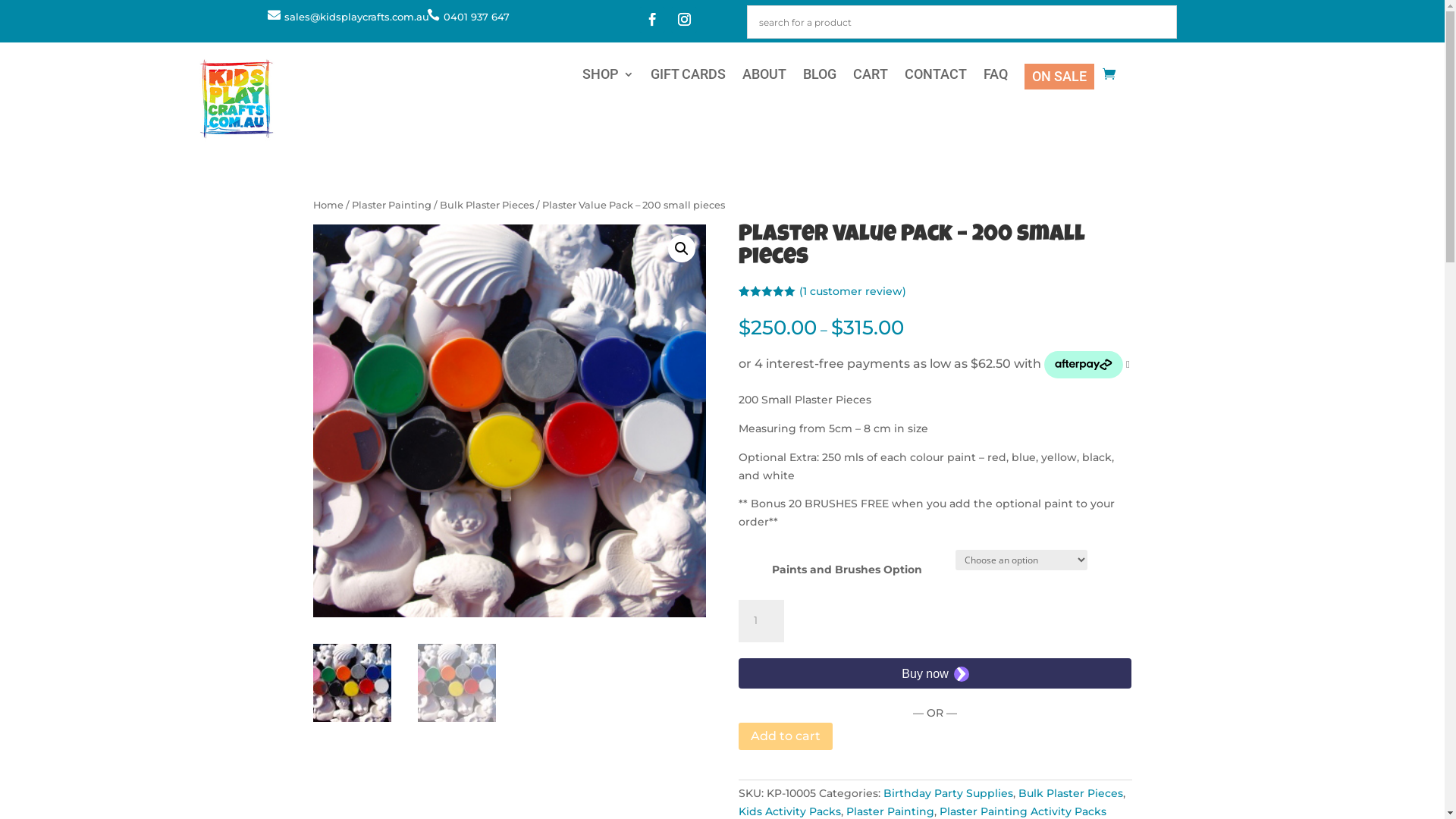  I want to click on 'CART', so click(870, 79).